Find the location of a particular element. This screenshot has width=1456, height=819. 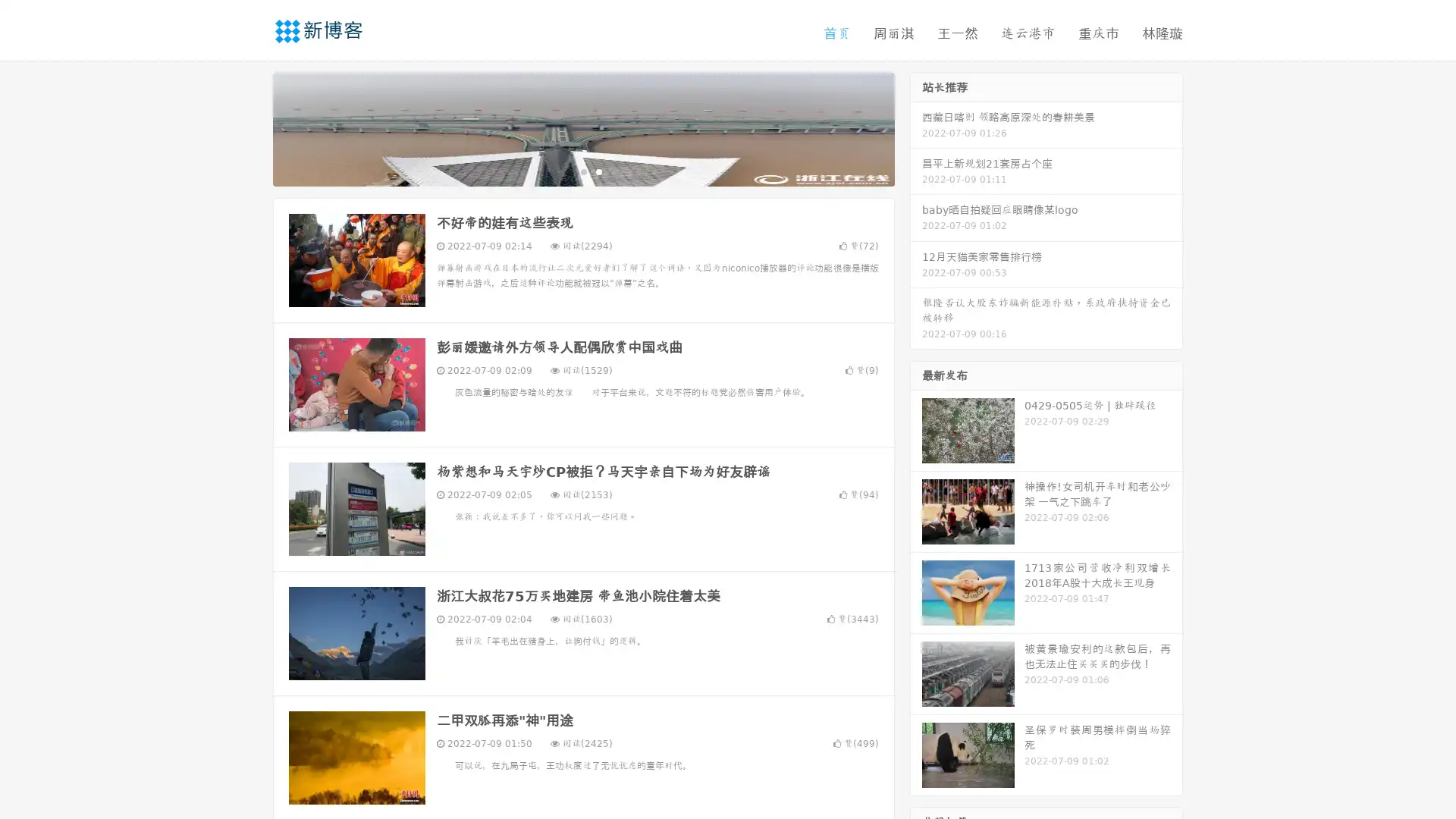

Next slide is located at coordinates (916, 127).